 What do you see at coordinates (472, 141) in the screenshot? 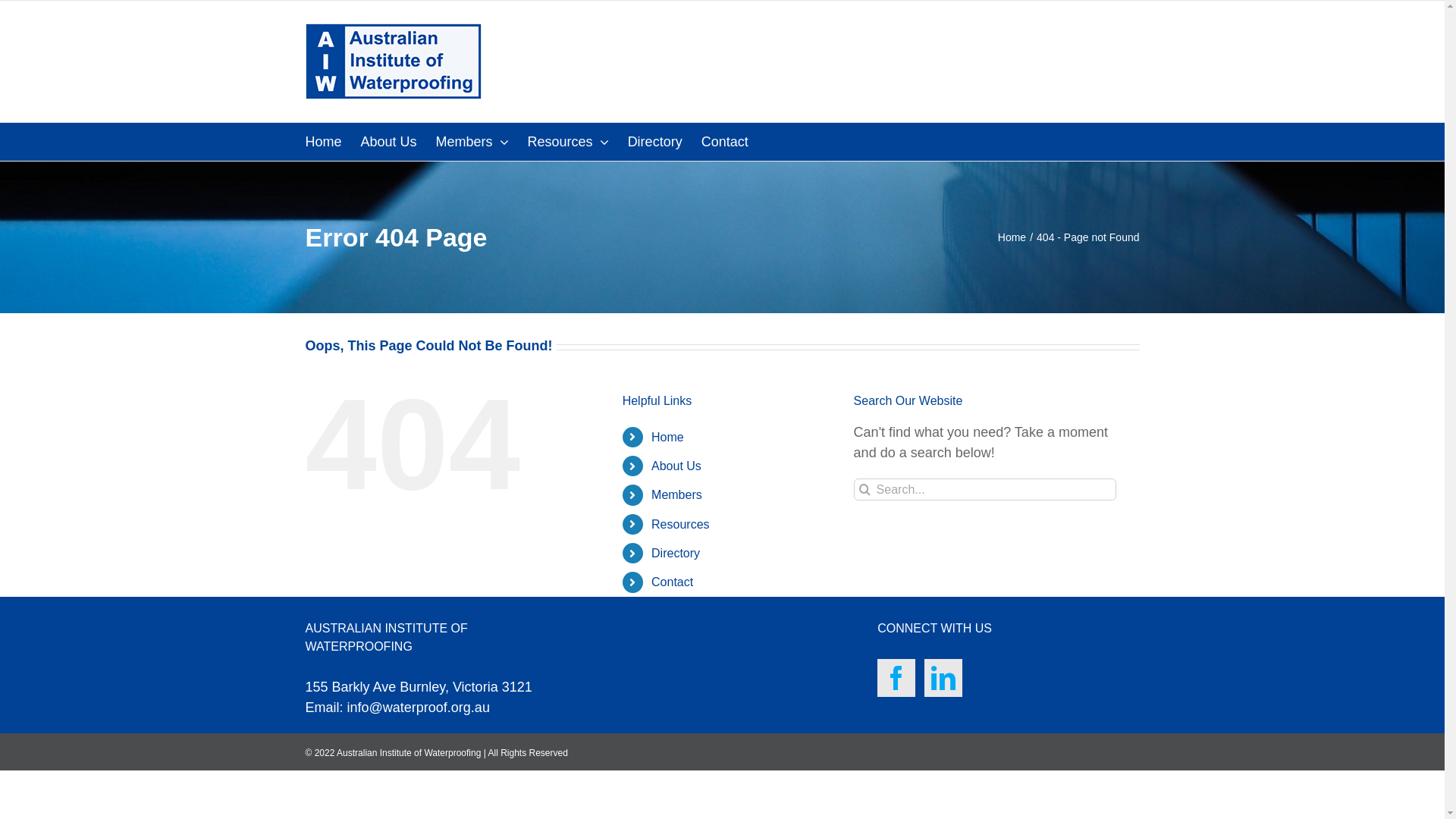
I see `'Members'` at bounding box center [472, 141].